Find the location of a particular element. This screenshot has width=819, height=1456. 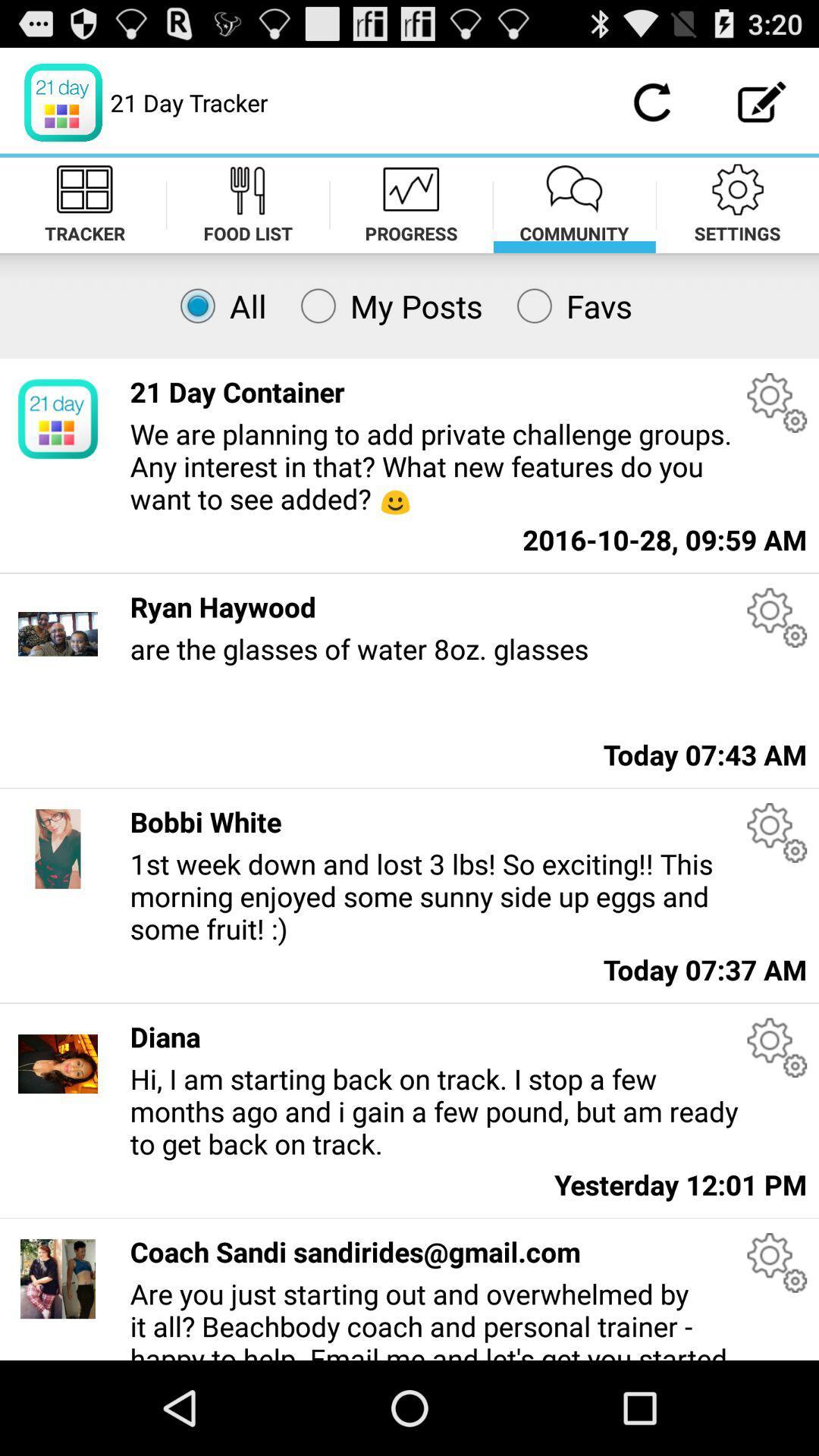

open settings for the users post is located at coordinates (777, 832).